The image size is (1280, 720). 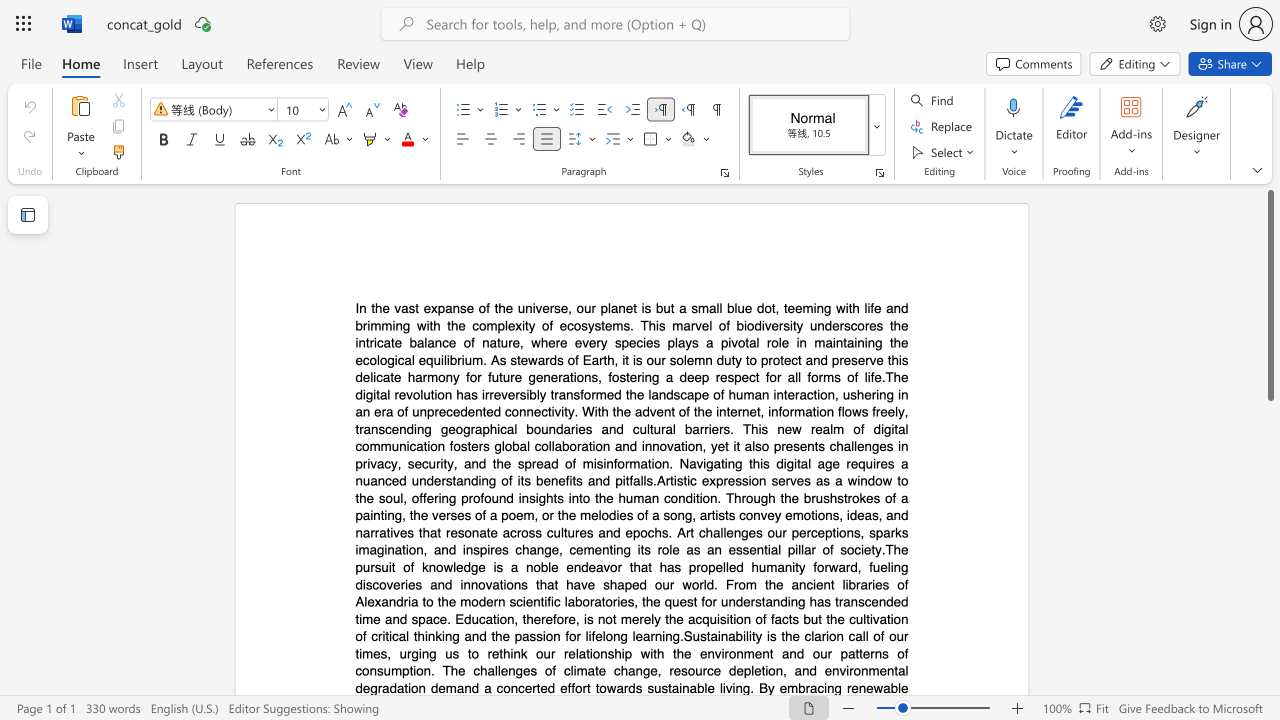 I want to click on the scrollbar on the right to shift the page lower, so click(x=1269, y=670).